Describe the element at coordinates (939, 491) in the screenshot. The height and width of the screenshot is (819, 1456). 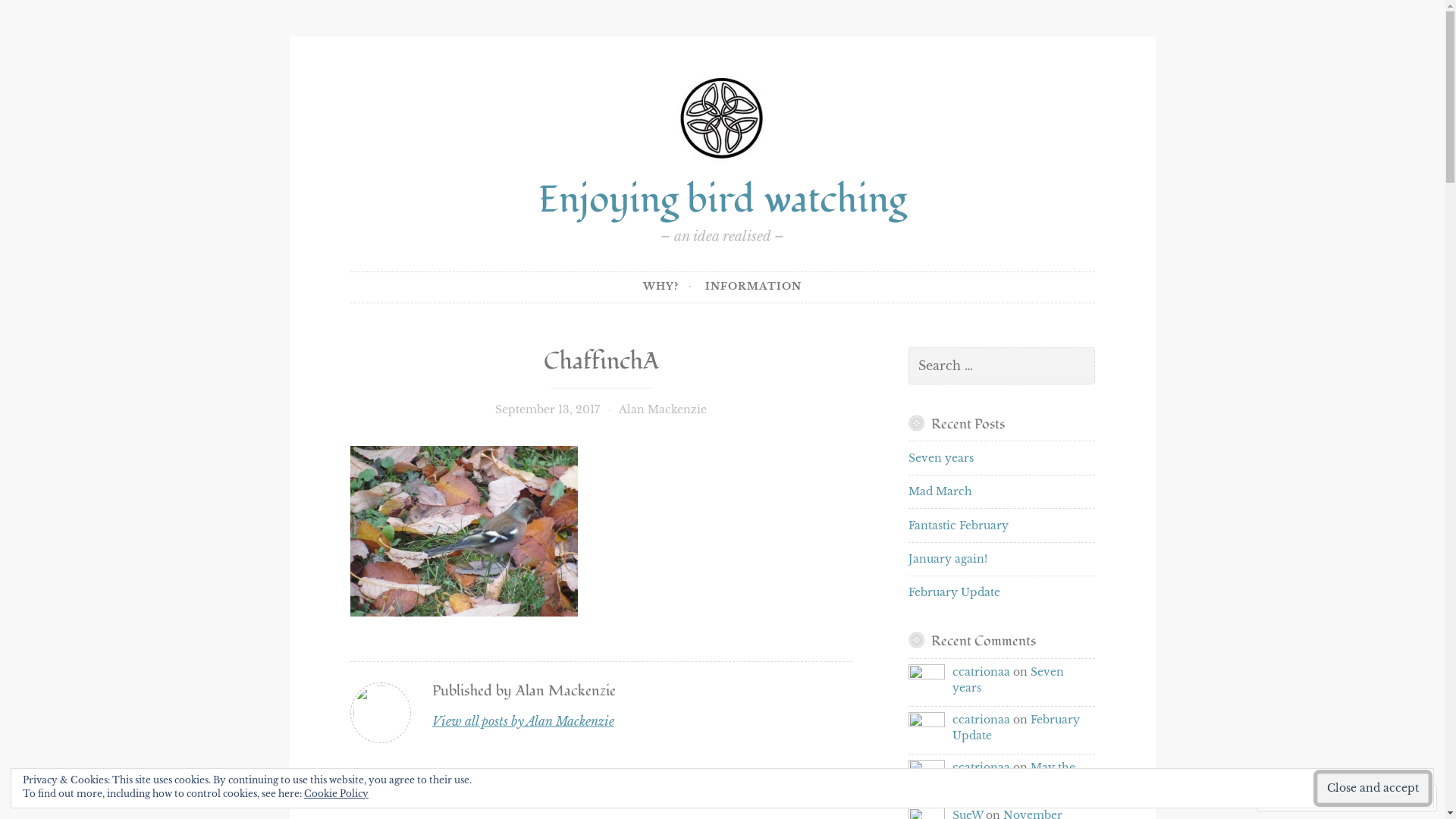
I see `'Mad March'` at that location.